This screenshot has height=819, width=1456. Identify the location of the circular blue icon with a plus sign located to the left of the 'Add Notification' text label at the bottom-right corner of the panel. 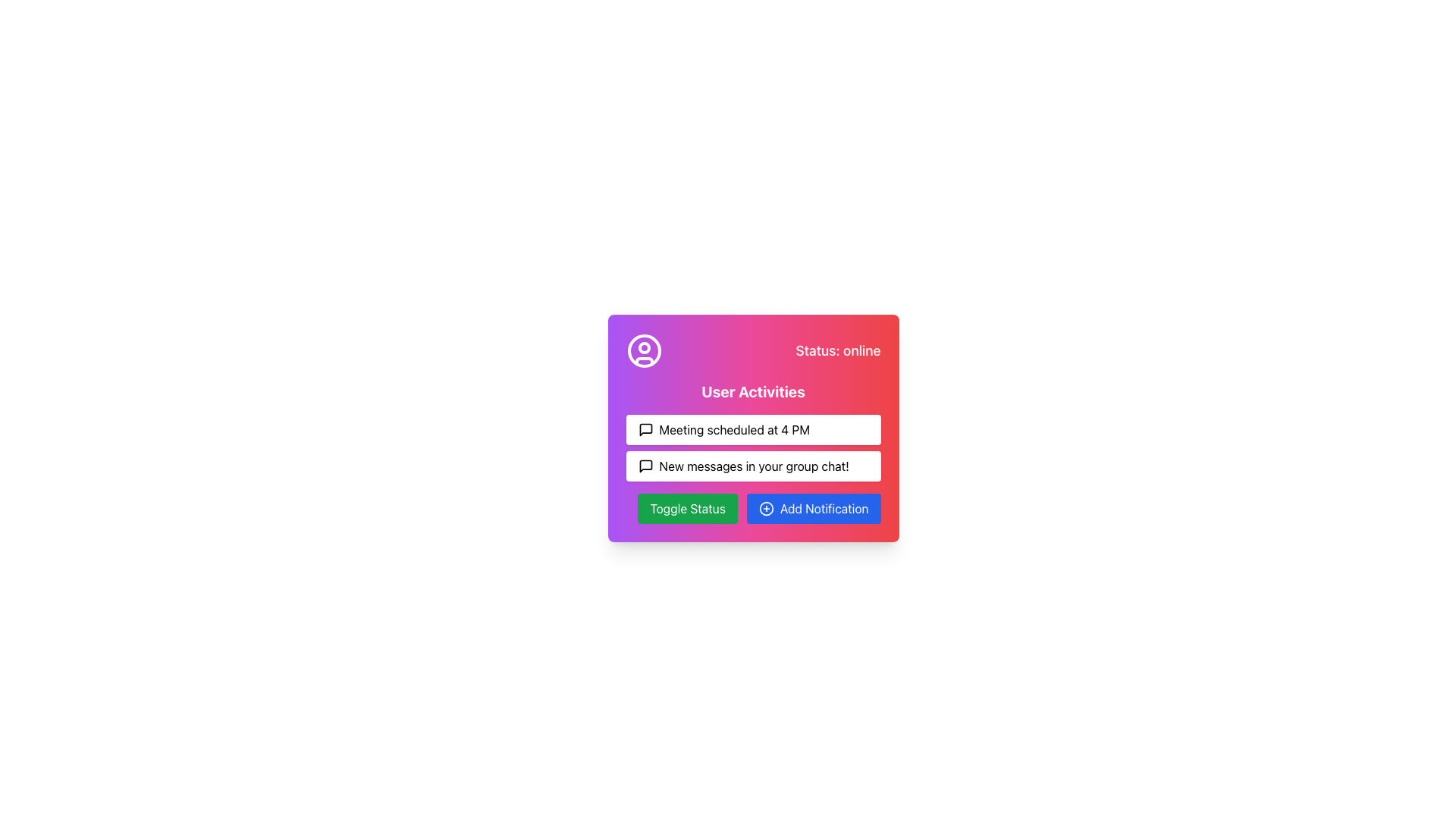
(766, 509).